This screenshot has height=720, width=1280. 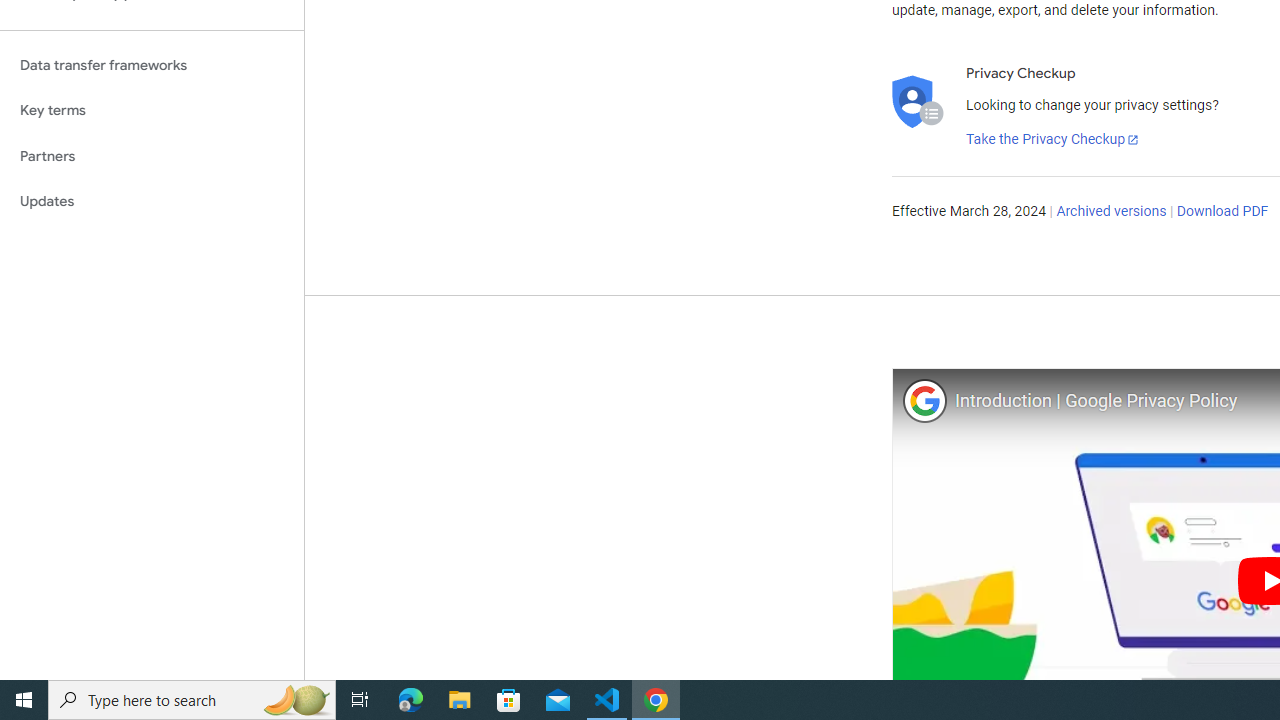 What do you see at coordinates (923, 400) in the screenshot?
I see `'Photo image of Google'` at bounding box center [923, 400].